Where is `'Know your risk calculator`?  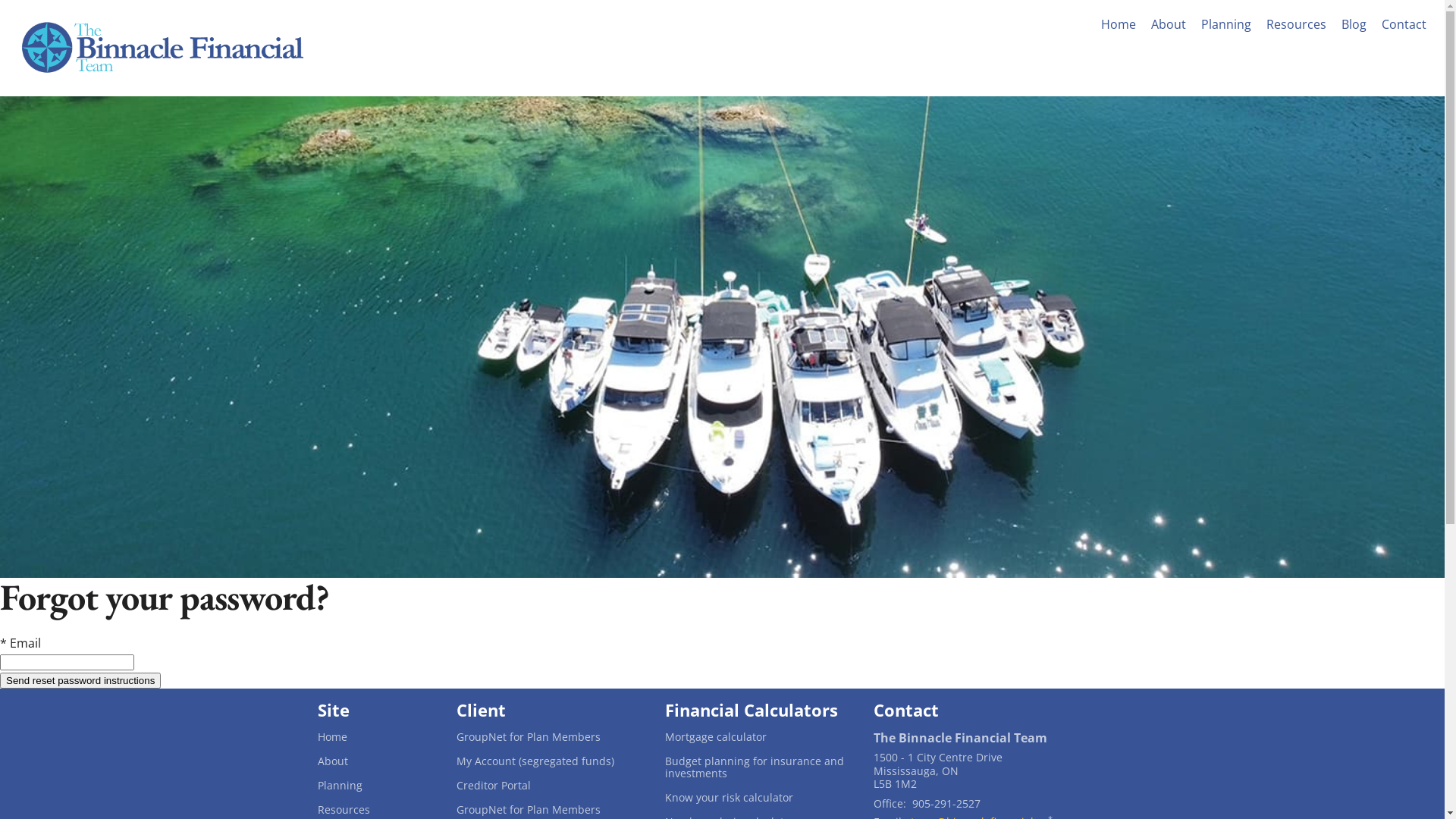
'Know your risk calculator is located at coordinates (757, 797).